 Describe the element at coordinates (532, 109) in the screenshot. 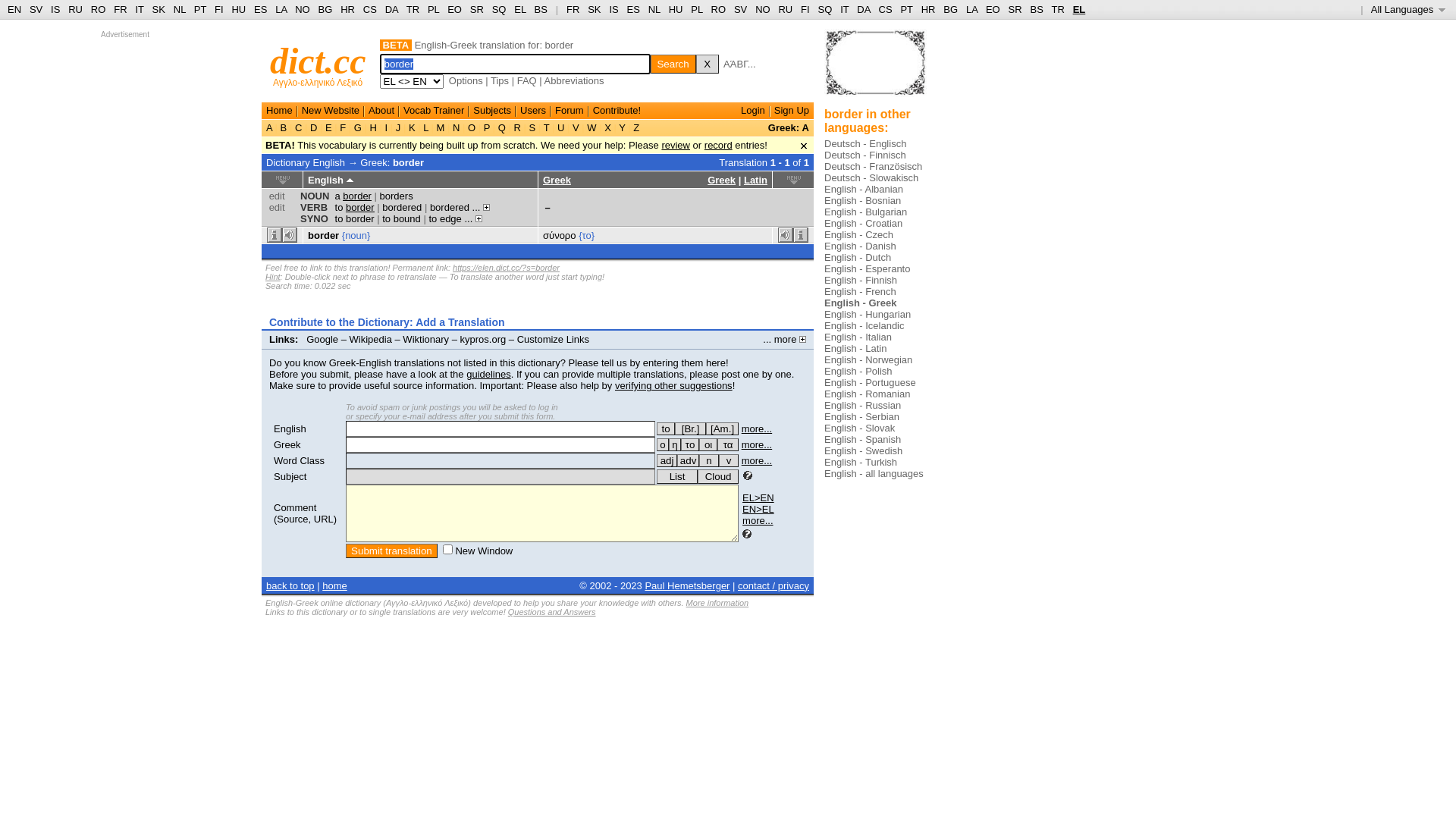

I see `'Users'` at that location.